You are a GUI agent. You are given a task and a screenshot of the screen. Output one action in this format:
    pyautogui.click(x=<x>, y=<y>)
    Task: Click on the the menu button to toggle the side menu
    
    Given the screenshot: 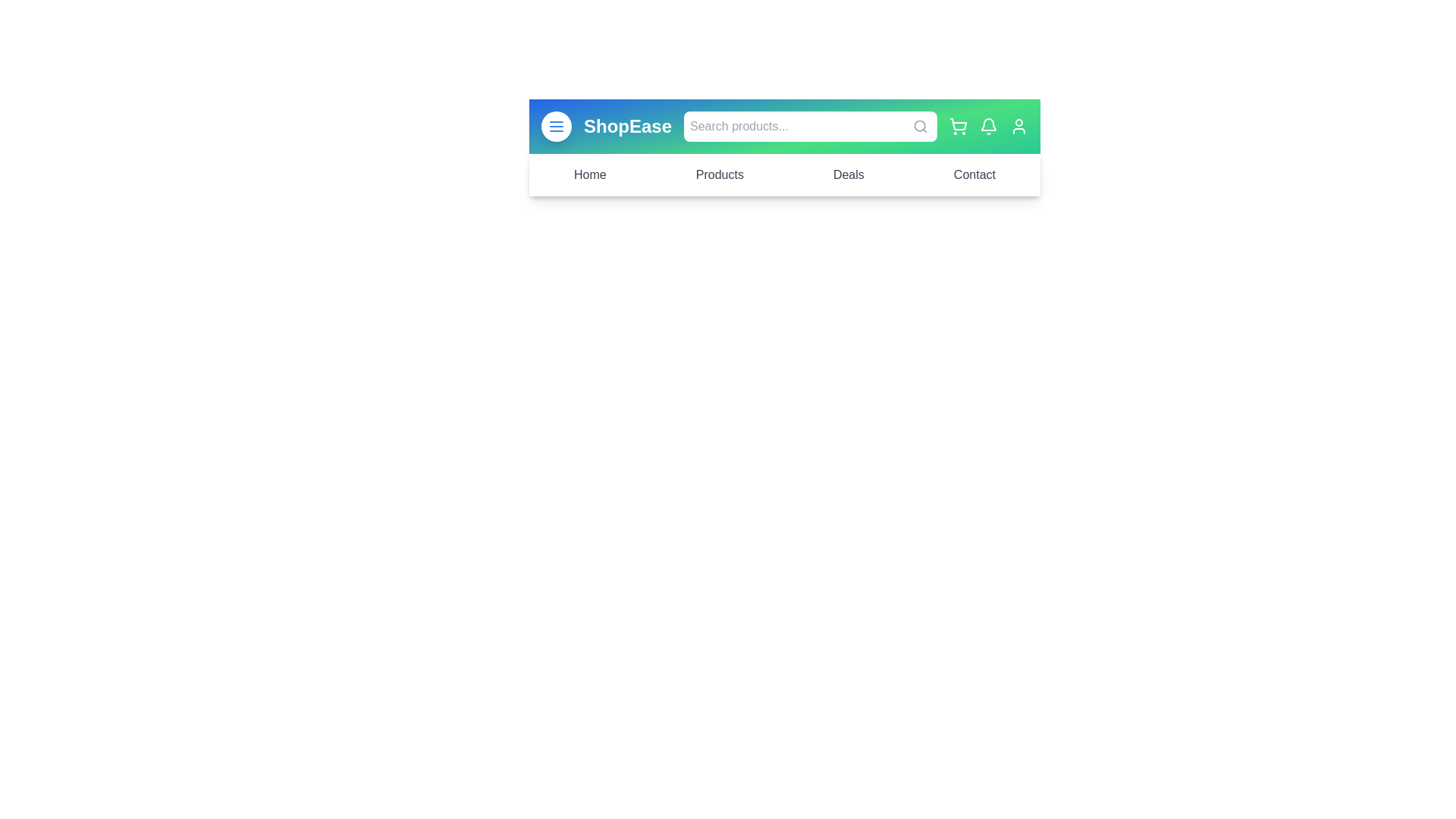 What is the action you would take?
    pyautogui.click(x=556, y=125)
    